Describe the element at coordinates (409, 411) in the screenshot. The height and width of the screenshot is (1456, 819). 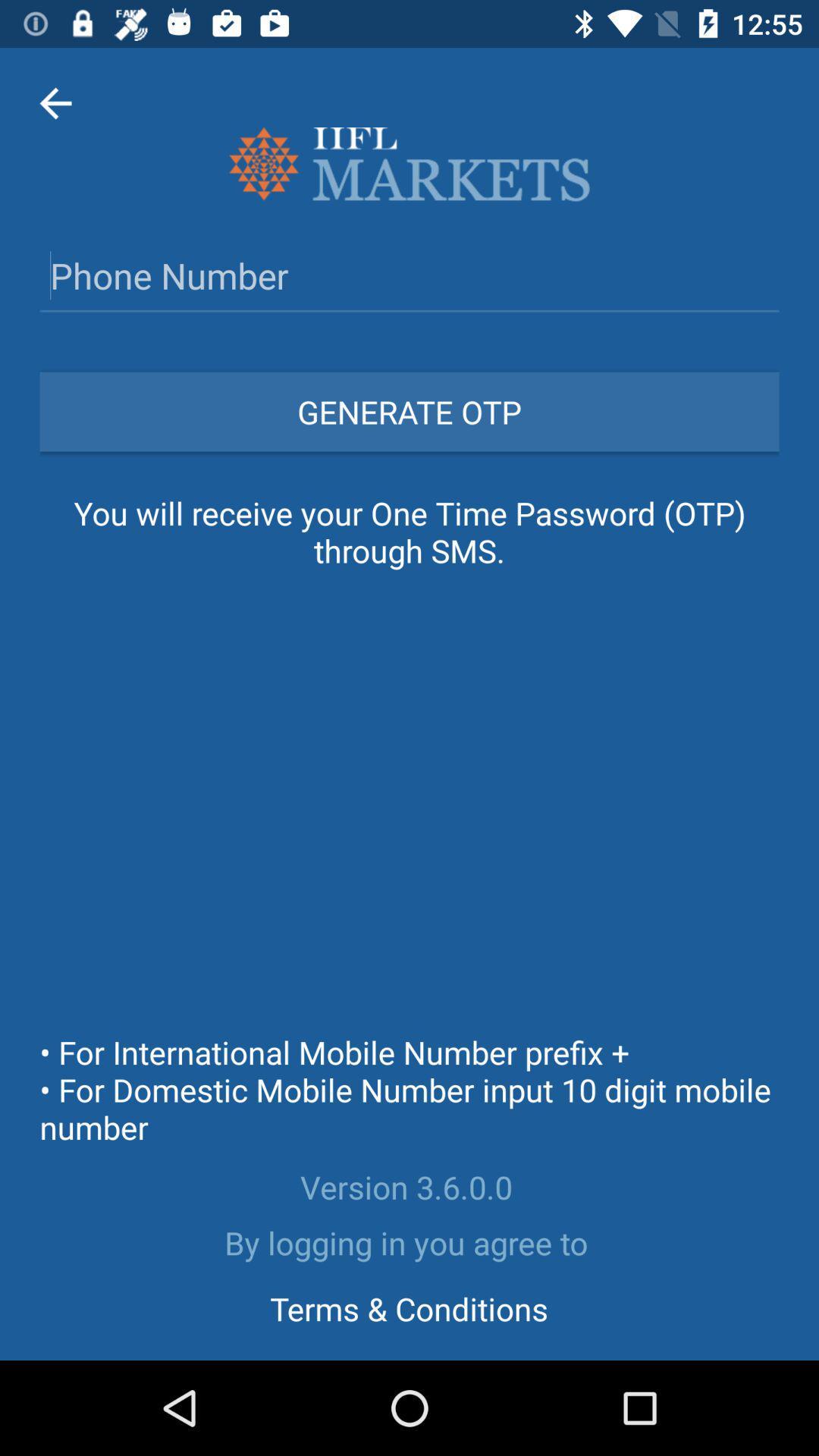
I see `icon above the you will receive icon` at that location.